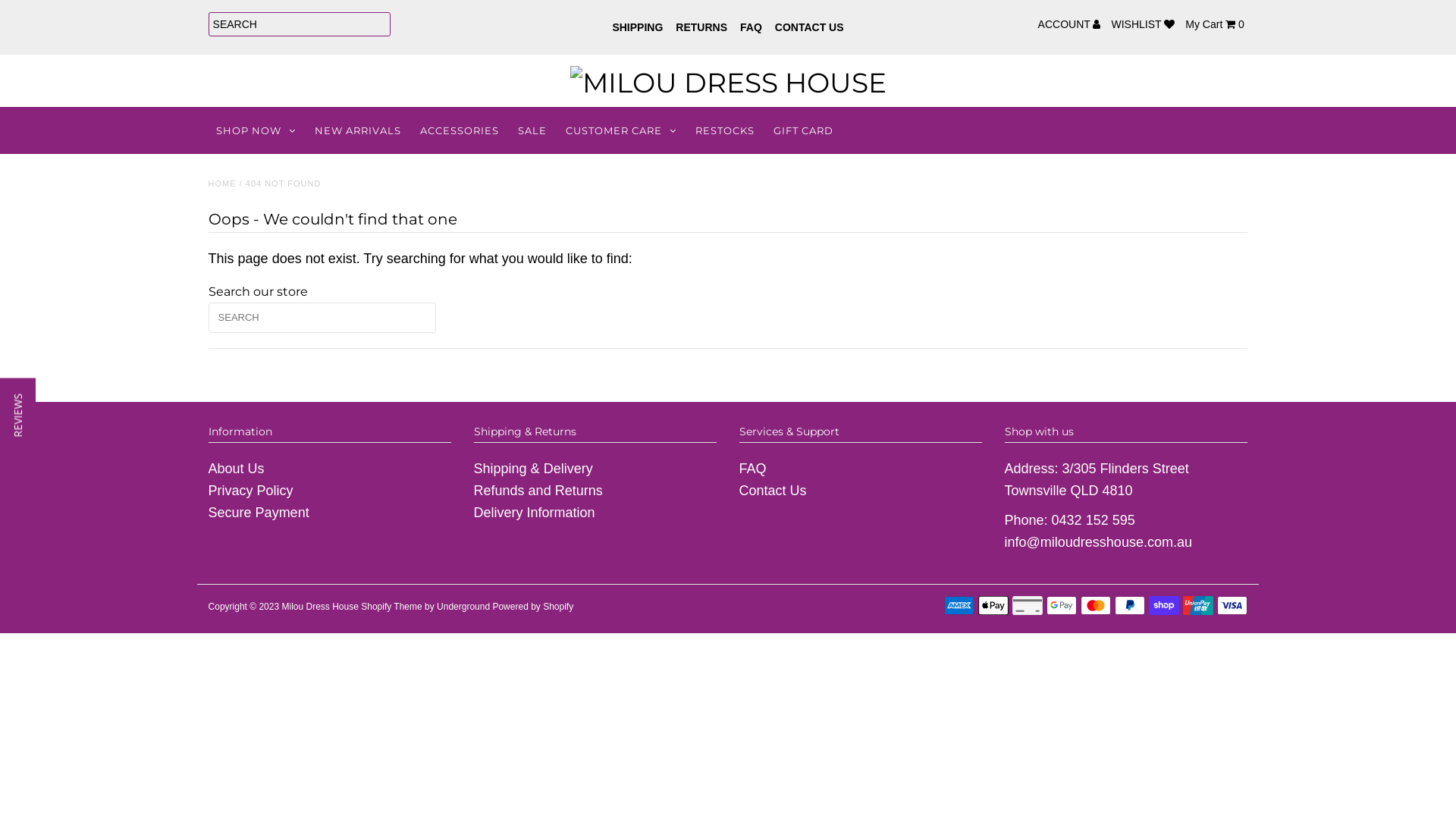 Image resolution: width=1456 pixels, height=819 pixels. Describe the element at coordinates (723, 130) in the screenshot. I see `'RESTOCKS'` at that location.